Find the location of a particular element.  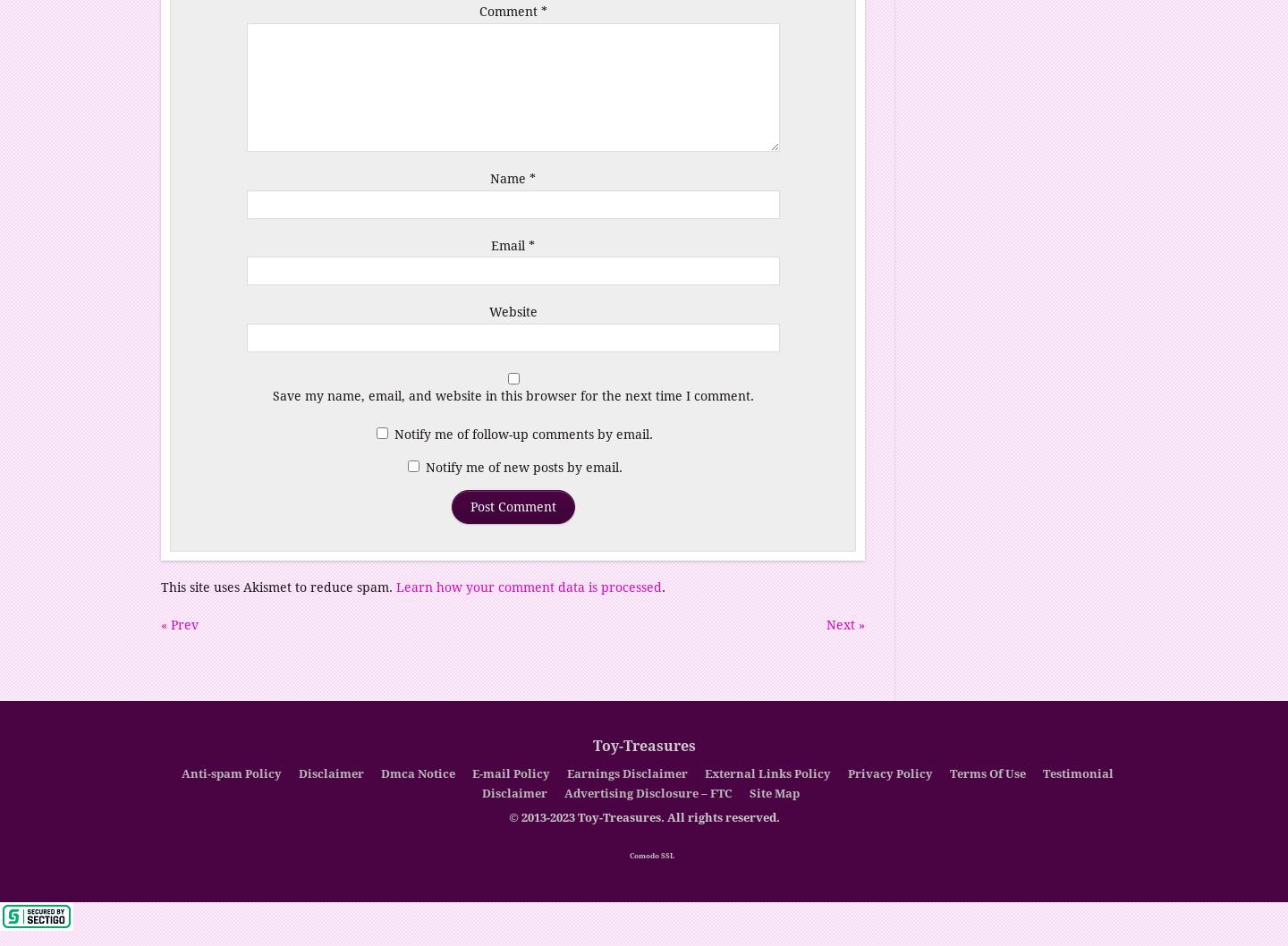

'Dmca Notice' is located at coordinates (418, 773).